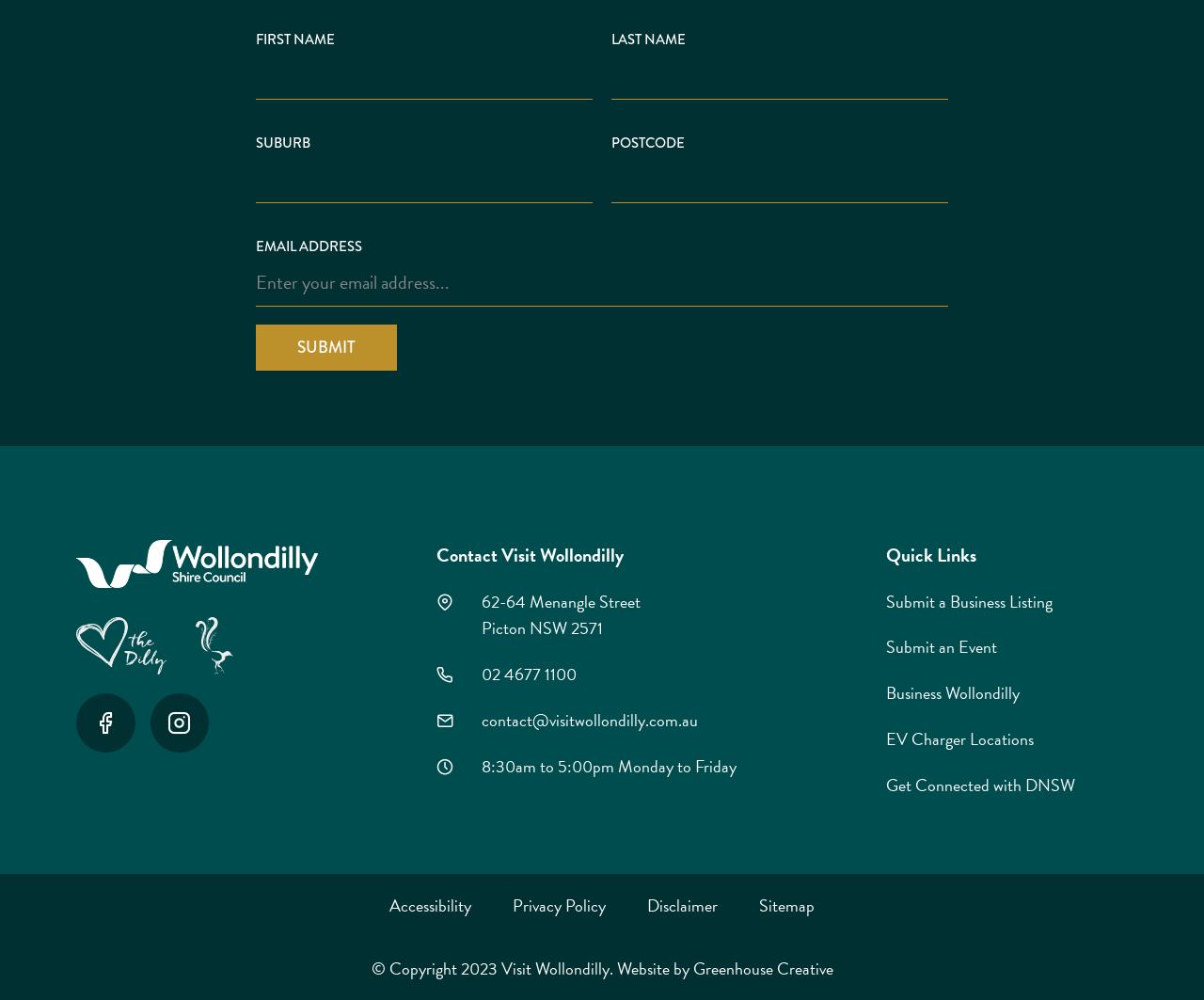 The image size is (1204, 1000). I want to click on '8:30am to 5:00pm Monday to Friday', so click(608, 764).